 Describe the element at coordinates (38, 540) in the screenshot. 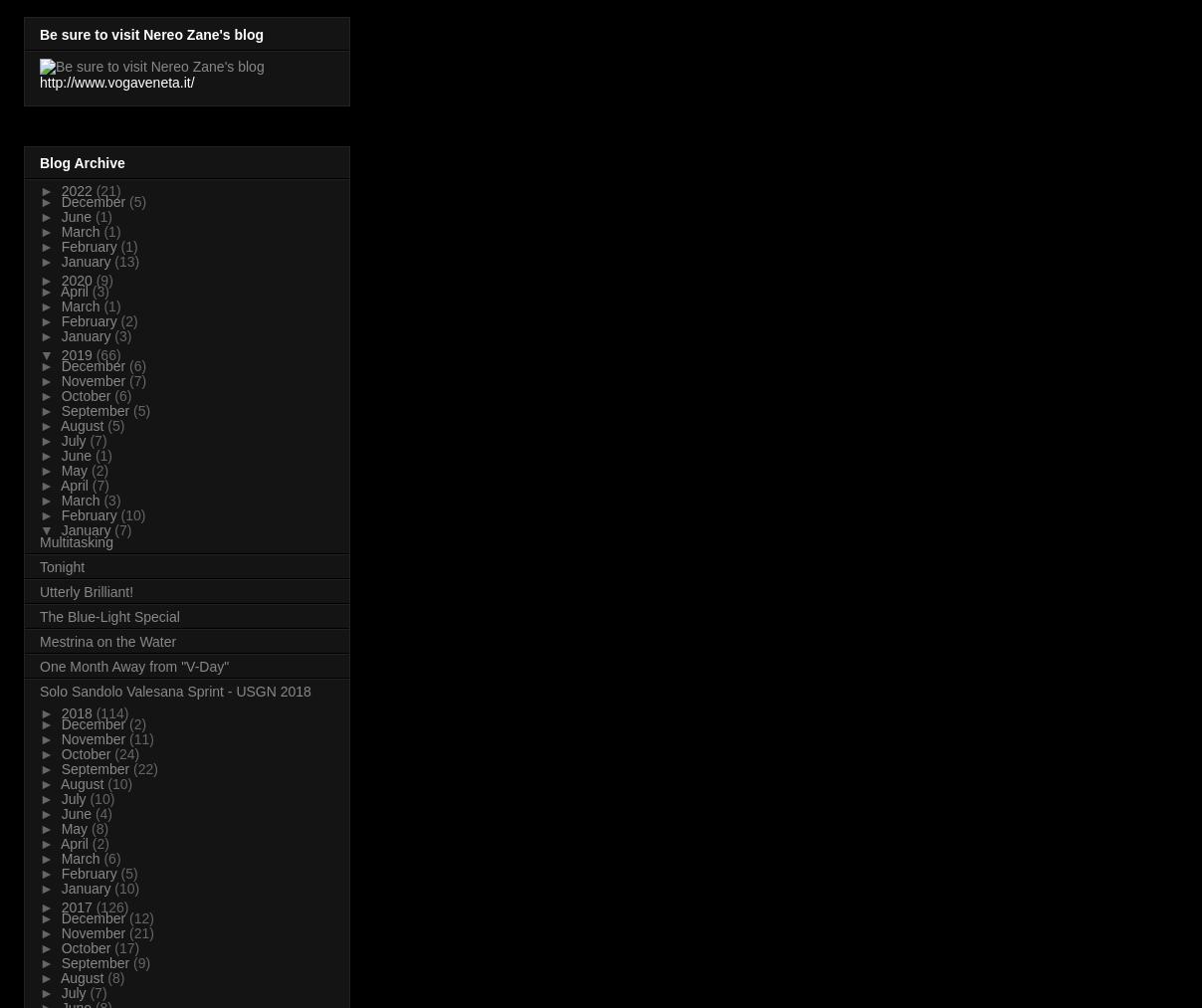

I see `'Multitasking'` at that location.